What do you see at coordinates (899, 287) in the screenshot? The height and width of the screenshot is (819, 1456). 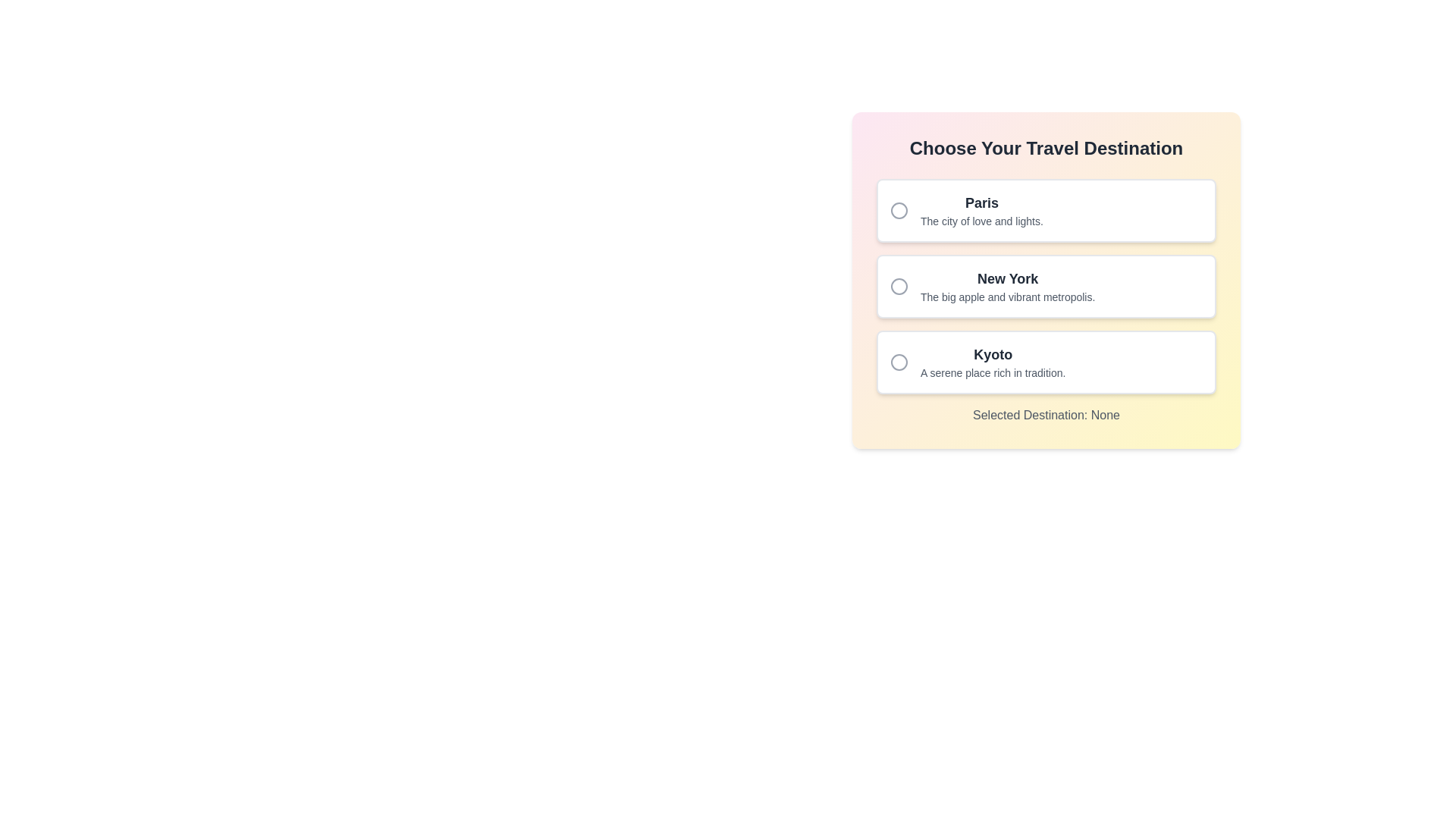 I see `the selection indicator of the 'New York' radio button` at bounding box center [899, 287].